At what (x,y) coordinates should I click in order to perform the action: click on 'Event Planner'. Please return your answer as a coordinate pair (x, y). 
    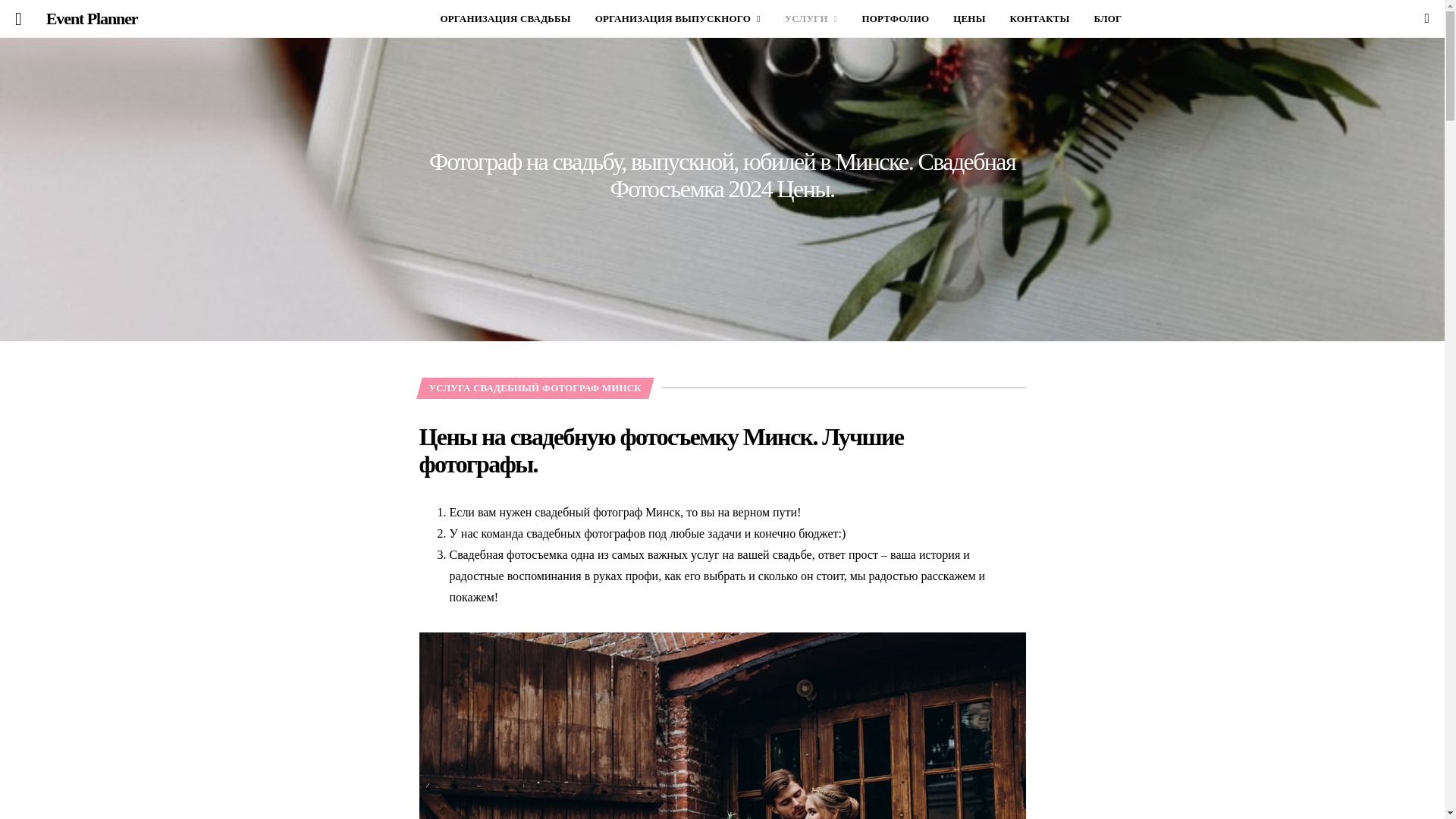
    Looking at the image, I should click on (91, 18).